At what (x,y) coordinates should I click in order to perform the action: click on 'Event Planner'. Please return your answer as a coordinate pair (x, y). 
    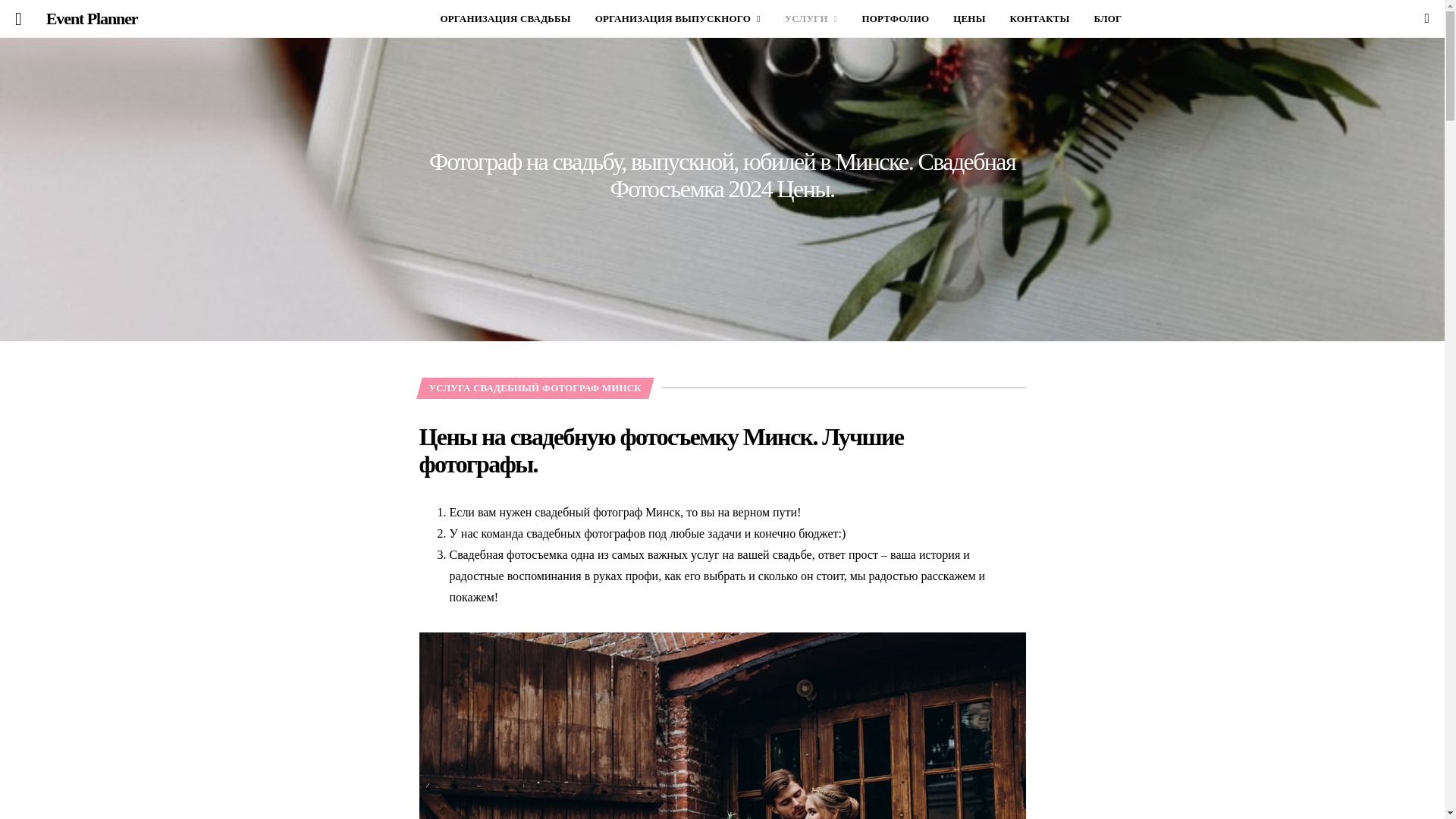
    Looking at the image, I should click on (91, 18).